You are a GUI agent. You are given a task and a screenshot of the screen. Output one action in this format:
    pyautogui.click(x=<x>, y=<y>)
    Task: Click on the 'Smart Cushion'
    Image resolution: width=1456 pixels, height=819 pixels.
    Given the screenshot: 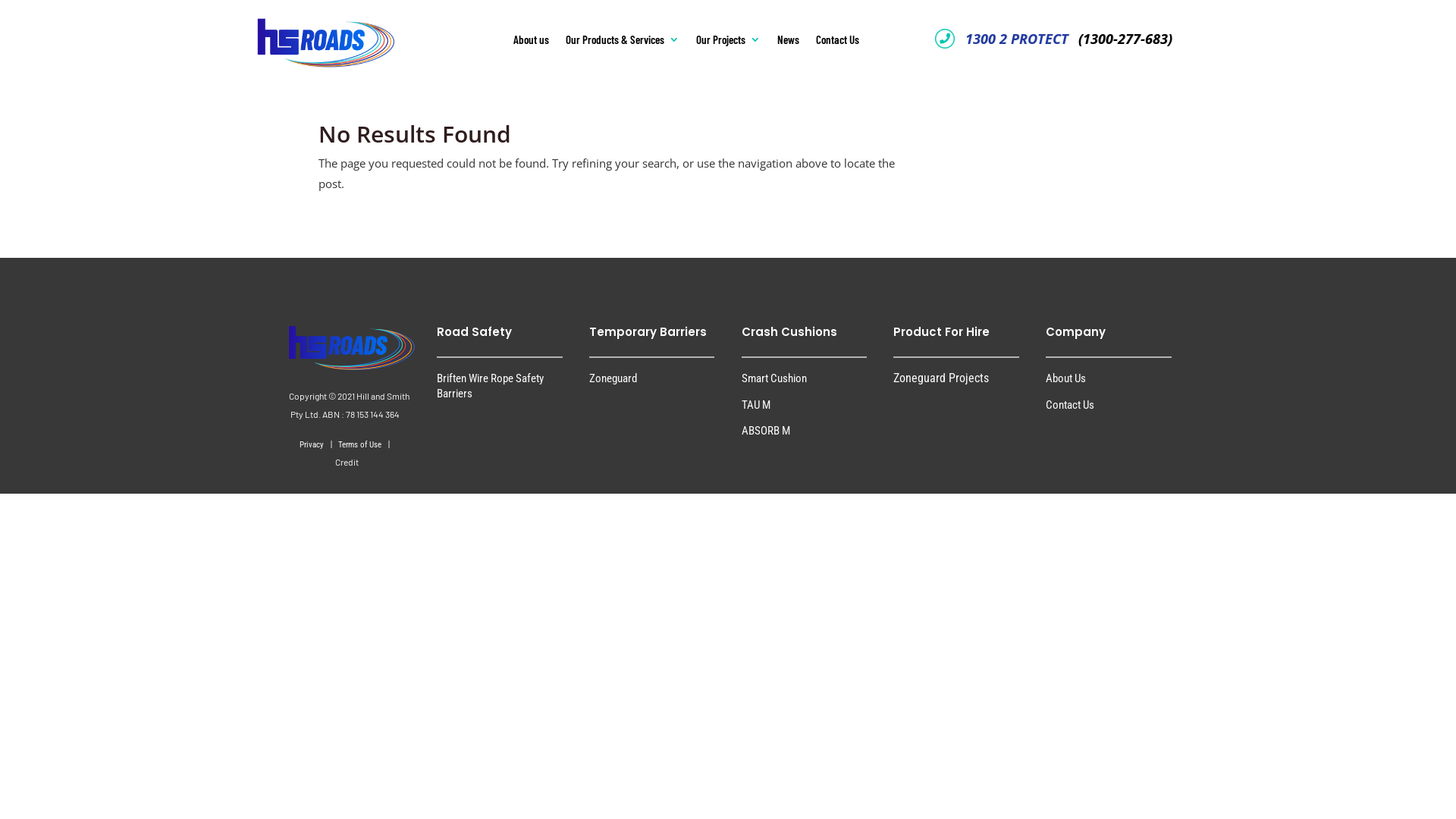 What is the action you would take?
    pyautogui.click(x=774, y=377)
    